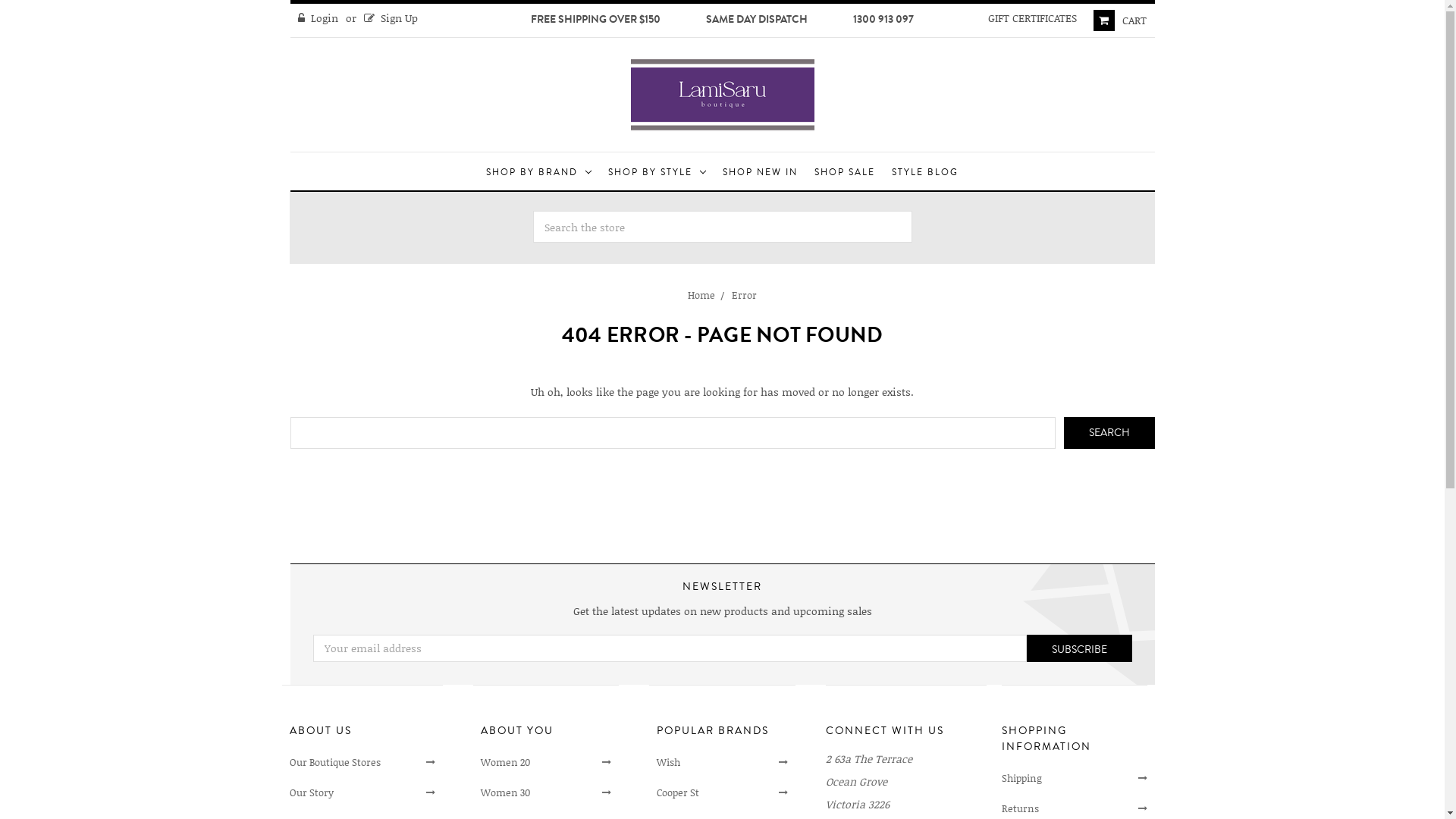  I want to click on 'Our Story', so click(362, 792).